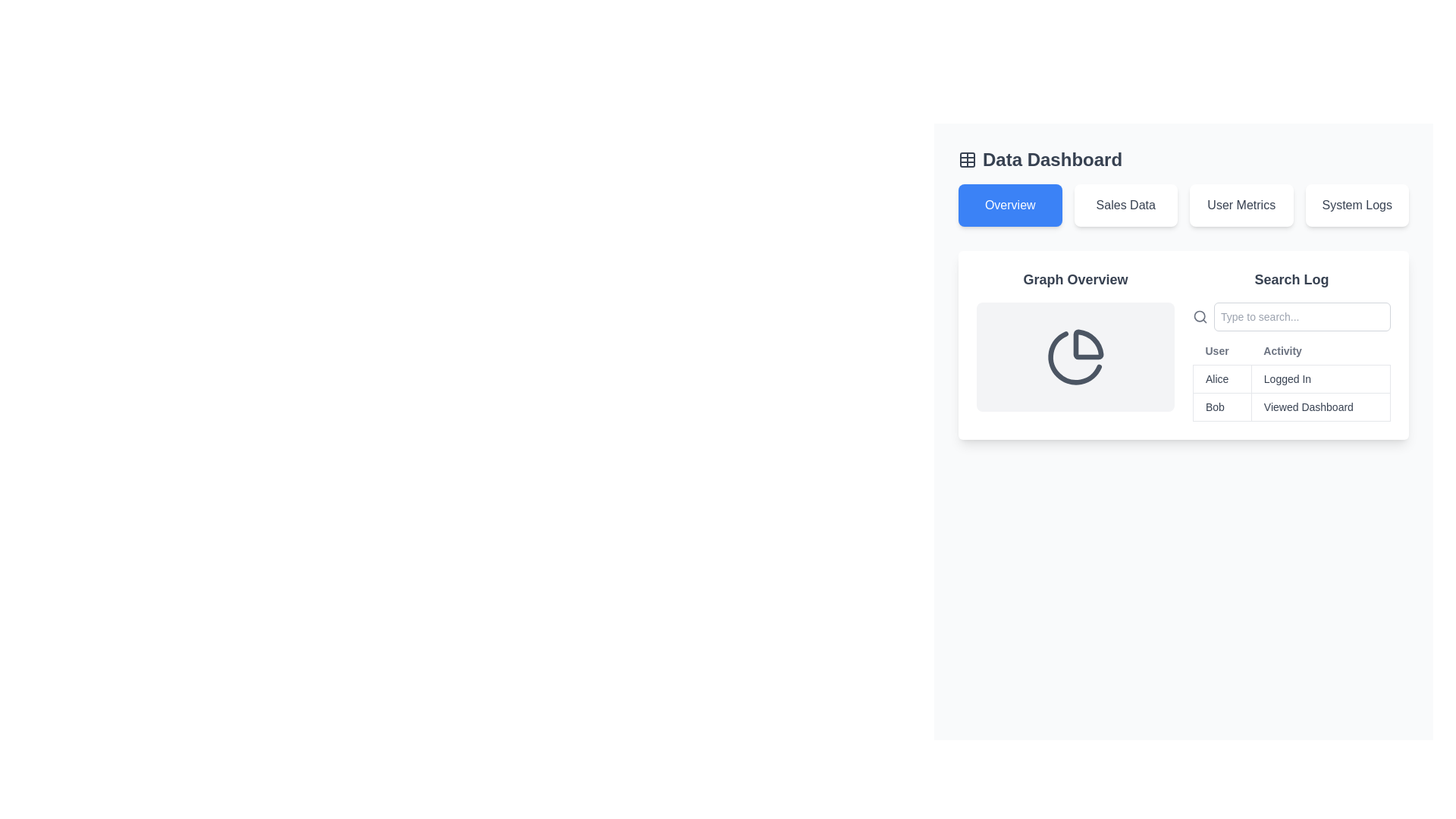 The width and height of the screenshot is (1456, 819). Describe the element at coordinates (1241, 205) in the screenshot. I see `the 'User Metrics' button, the third button in the grid layout, to observe visual feedback` at that location.